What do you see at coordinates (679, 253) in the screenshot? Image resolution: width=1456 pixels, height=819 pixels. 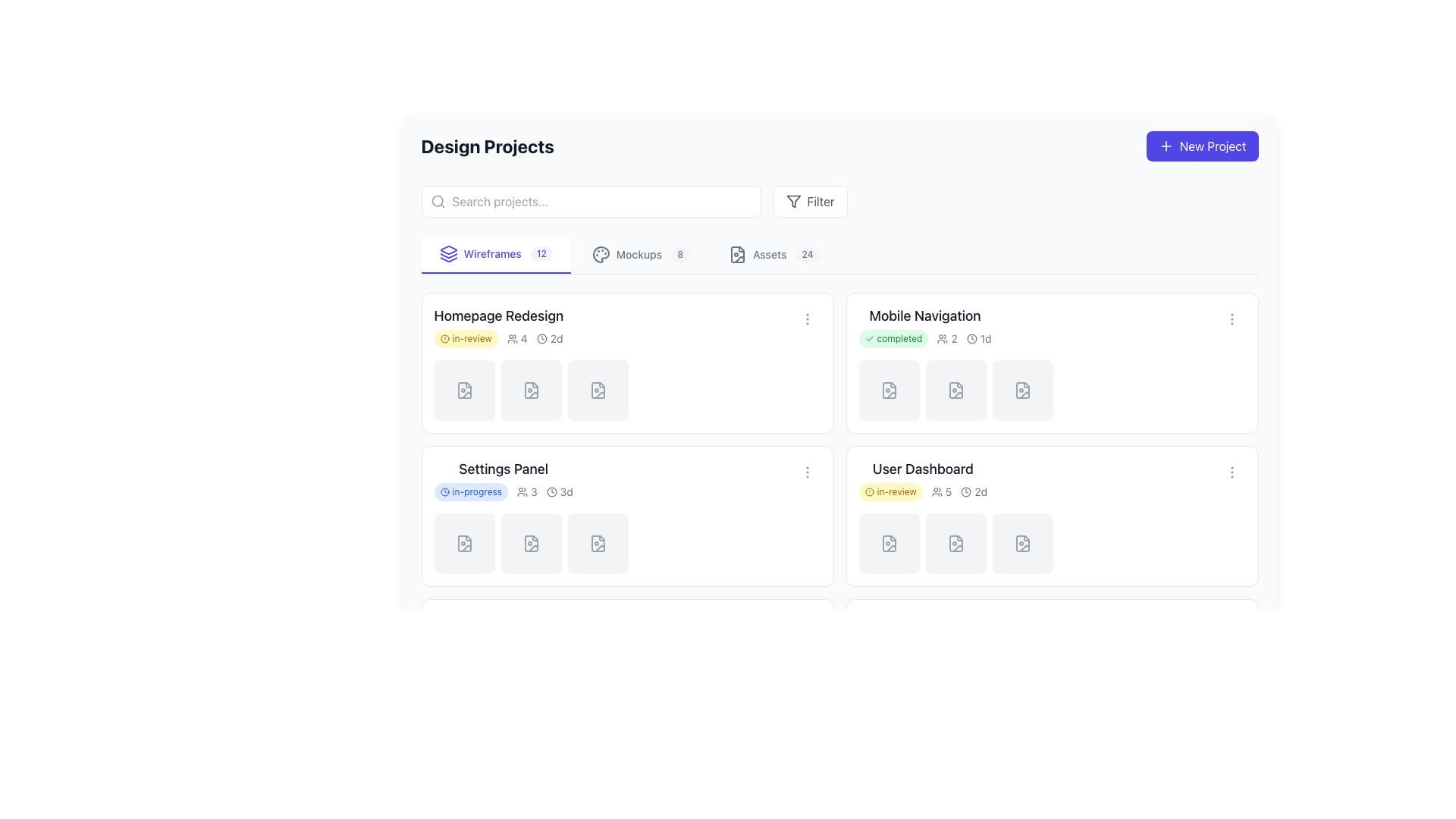 I see `the numeric value displayed on the Badge or Label next to the 'Mockups' text in the navigation bar` at bounding box center [679, 253].